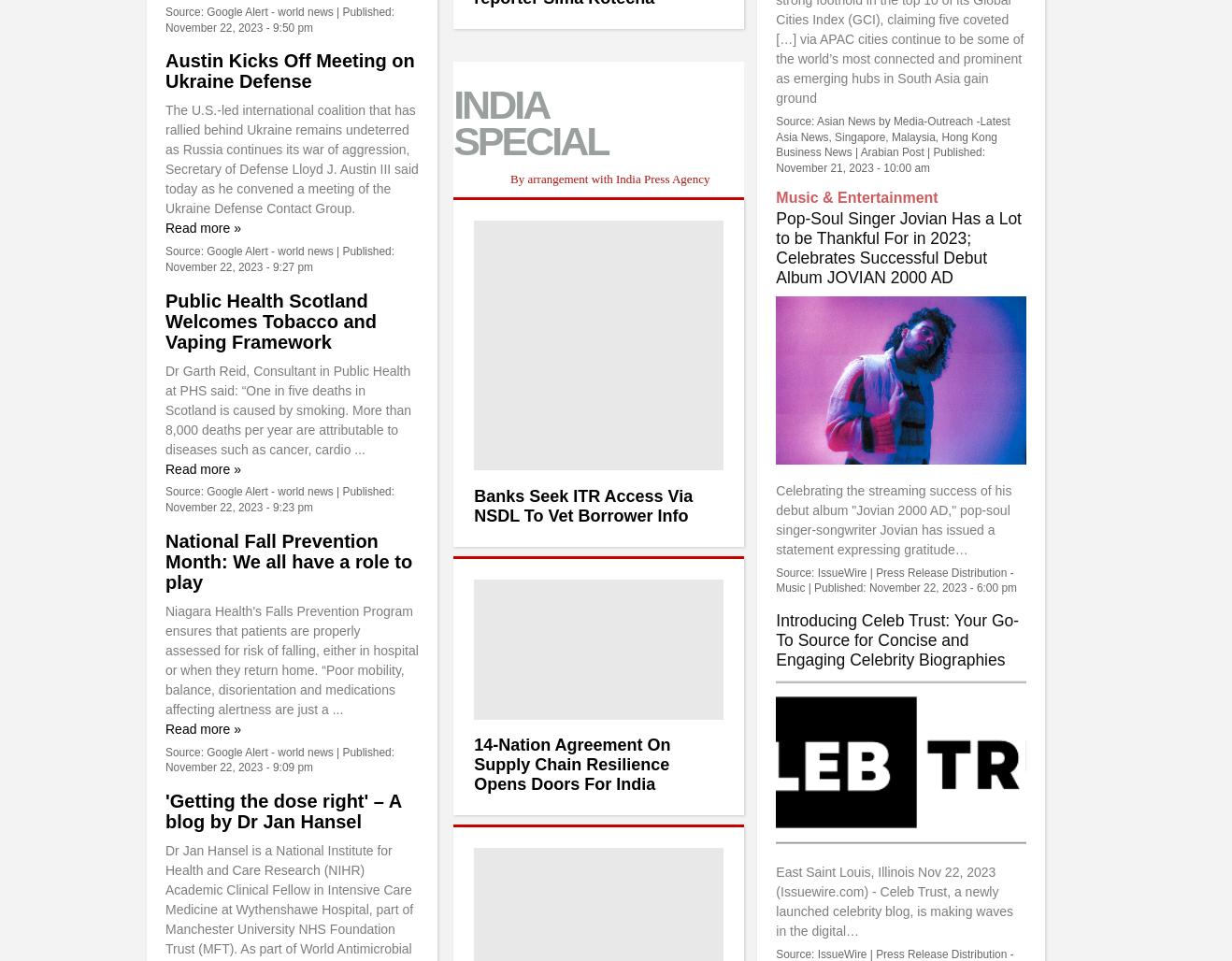 The image size is (1232, 961). Describe the element at coordinates (893, 901) in the screenshot. I see `'East Saint Louis, Illinois Nov 22, 2023 (Issuewire.com) - Celeb Trust, a newly launched celebrity blog, is making waves in the digital…'` at that location.